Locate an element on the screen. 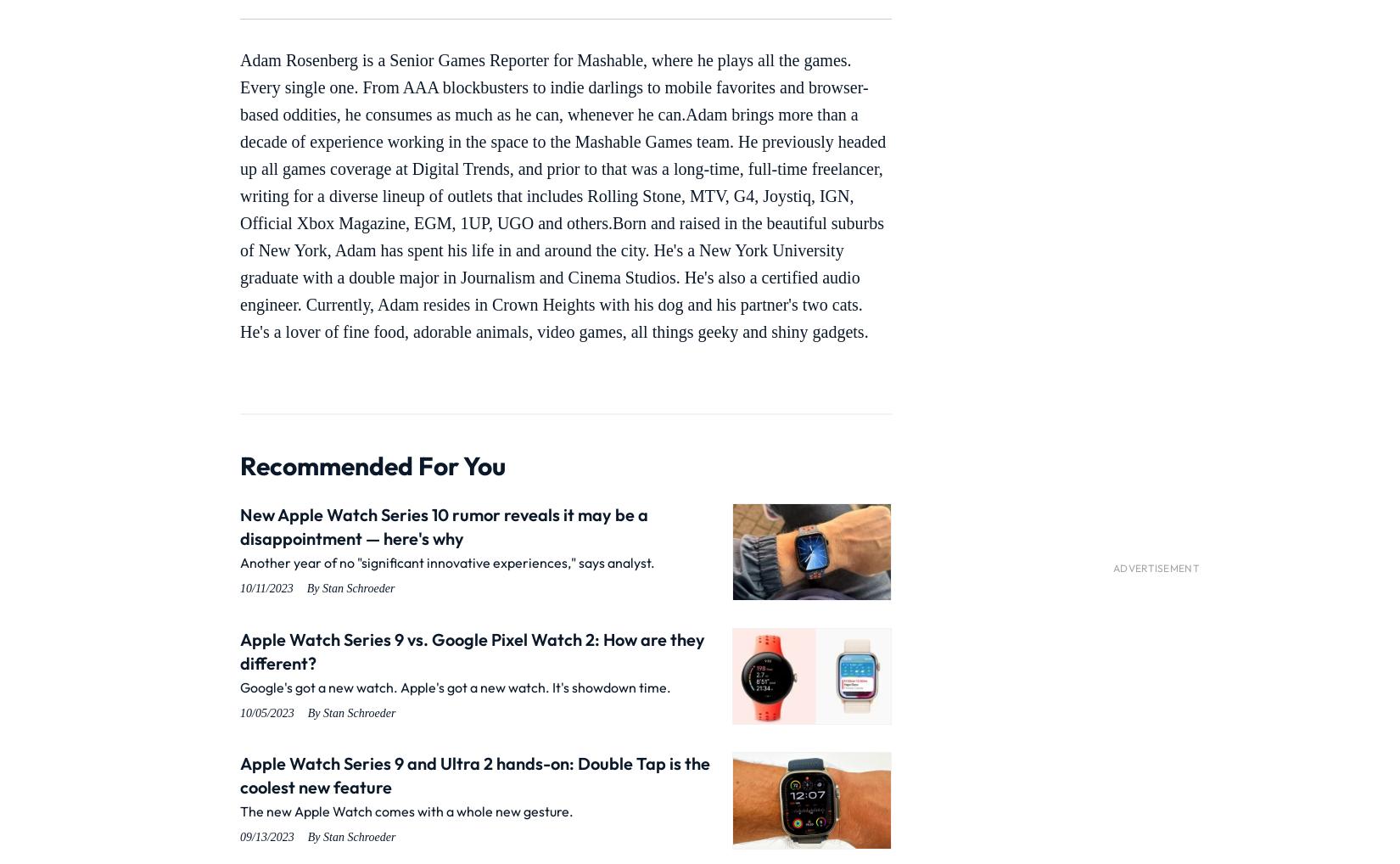 The image size is (1400, 864). 'Recommended For You' is located at coordinates (372, 465).